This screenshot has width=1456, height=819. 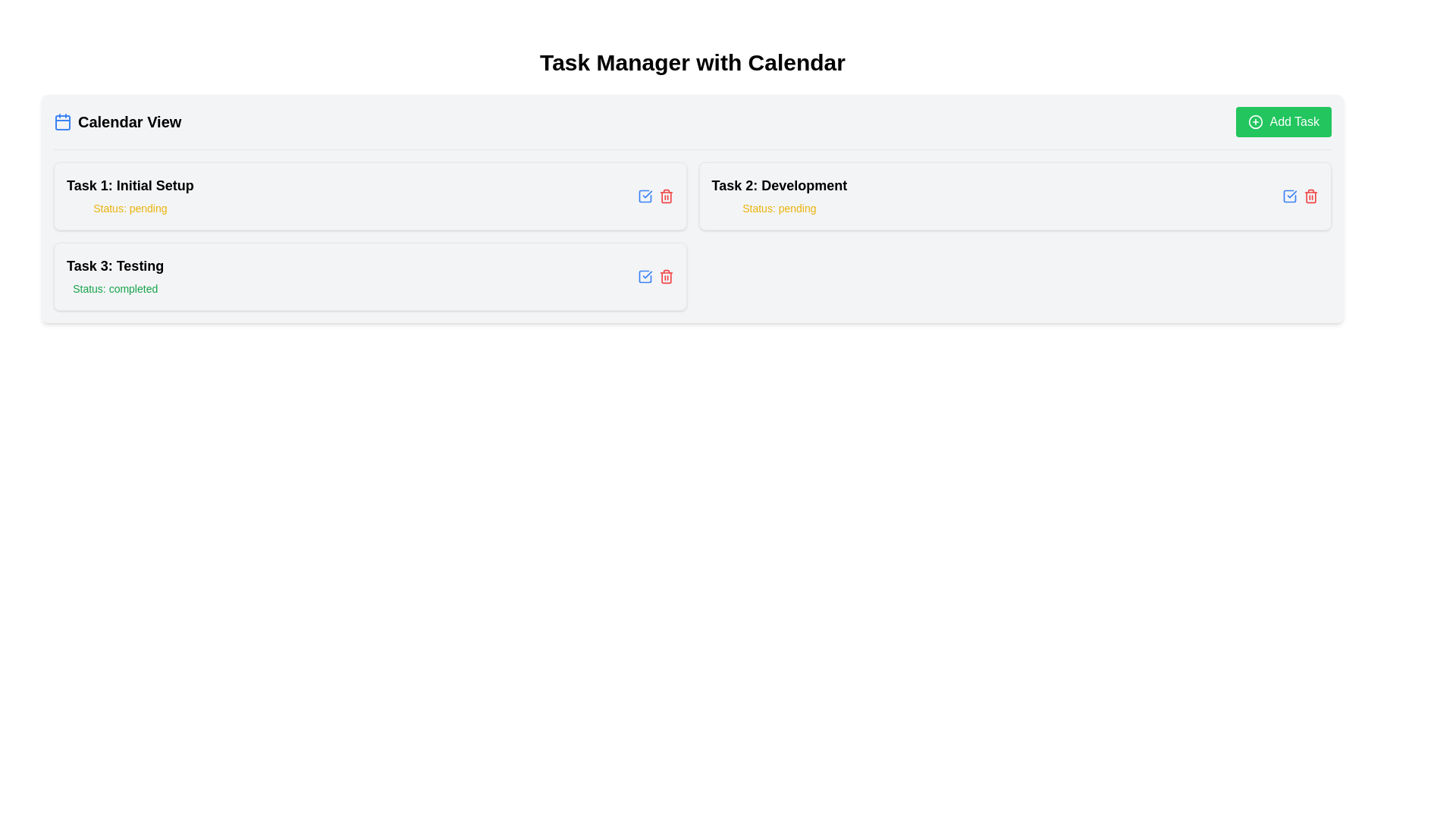 I want to click on the text label displaying the status of the task, which reads 'Status: pending.' This label is styled in small, italicized yellow font and is located beneath the task header 'Task 2: Development' within its card, so click(x=779, y=208).